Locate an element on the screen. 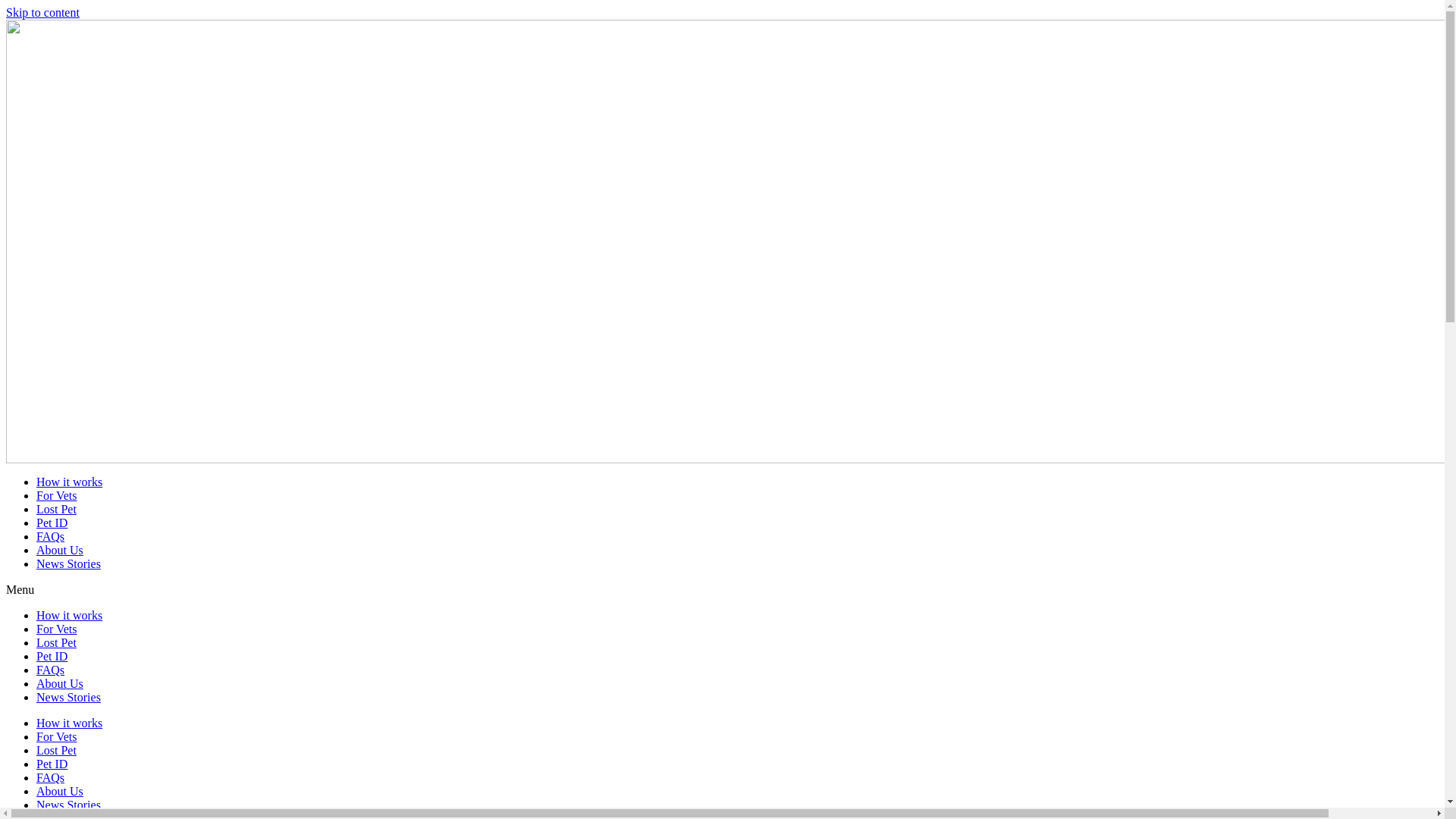 The height and width of the screenshot is (819, 1456). 'Pet ID' is located at coordinates (36, 655).